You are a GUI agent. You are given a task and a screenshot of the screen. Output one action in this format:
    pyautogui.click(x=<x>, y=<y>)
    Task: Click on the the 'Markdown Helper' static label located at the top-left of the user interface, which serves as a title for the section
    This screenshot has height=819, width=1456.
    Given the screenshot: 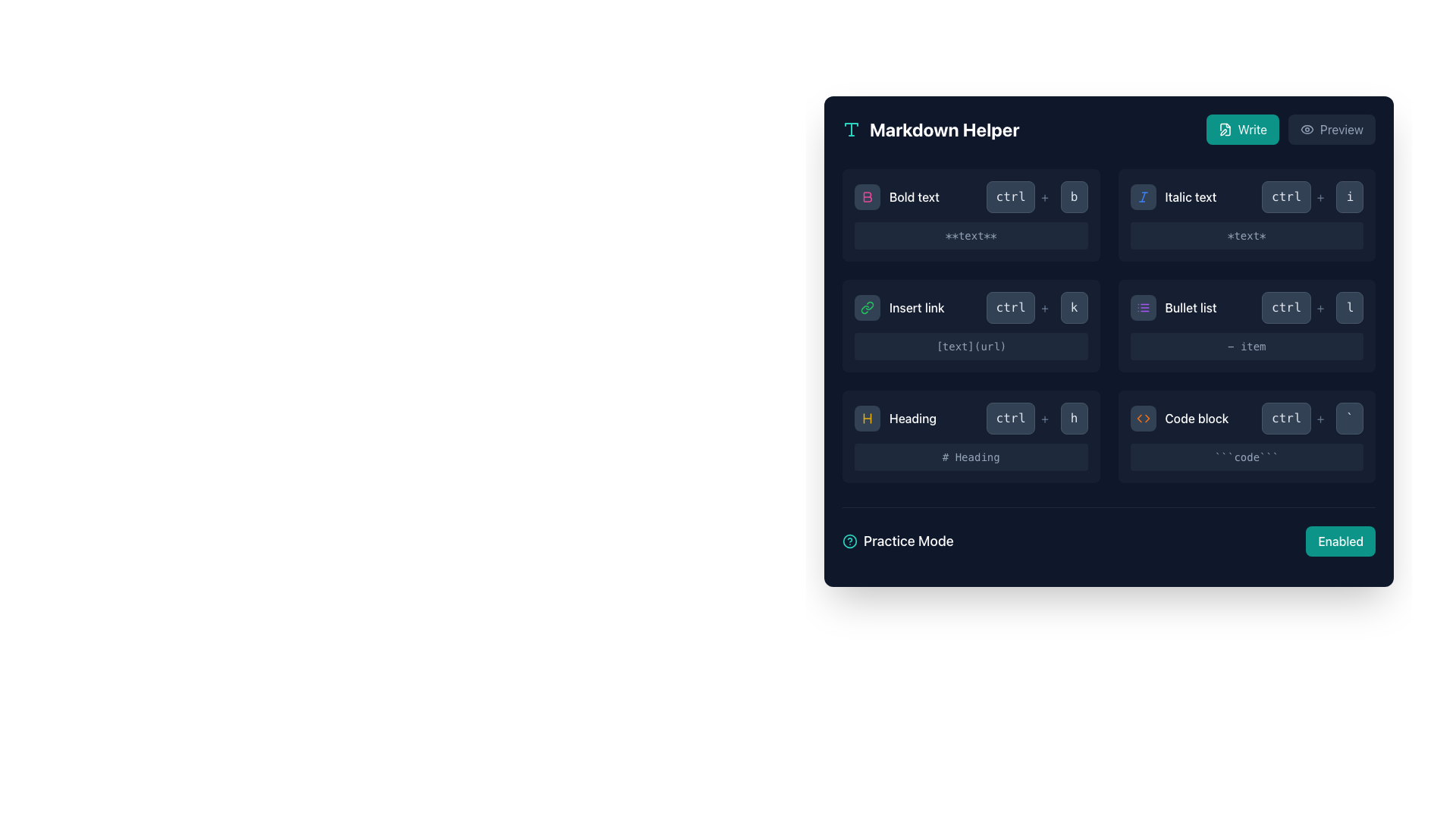 What is the action you would take?
    pyautogui.click(x=930, y=128)
    